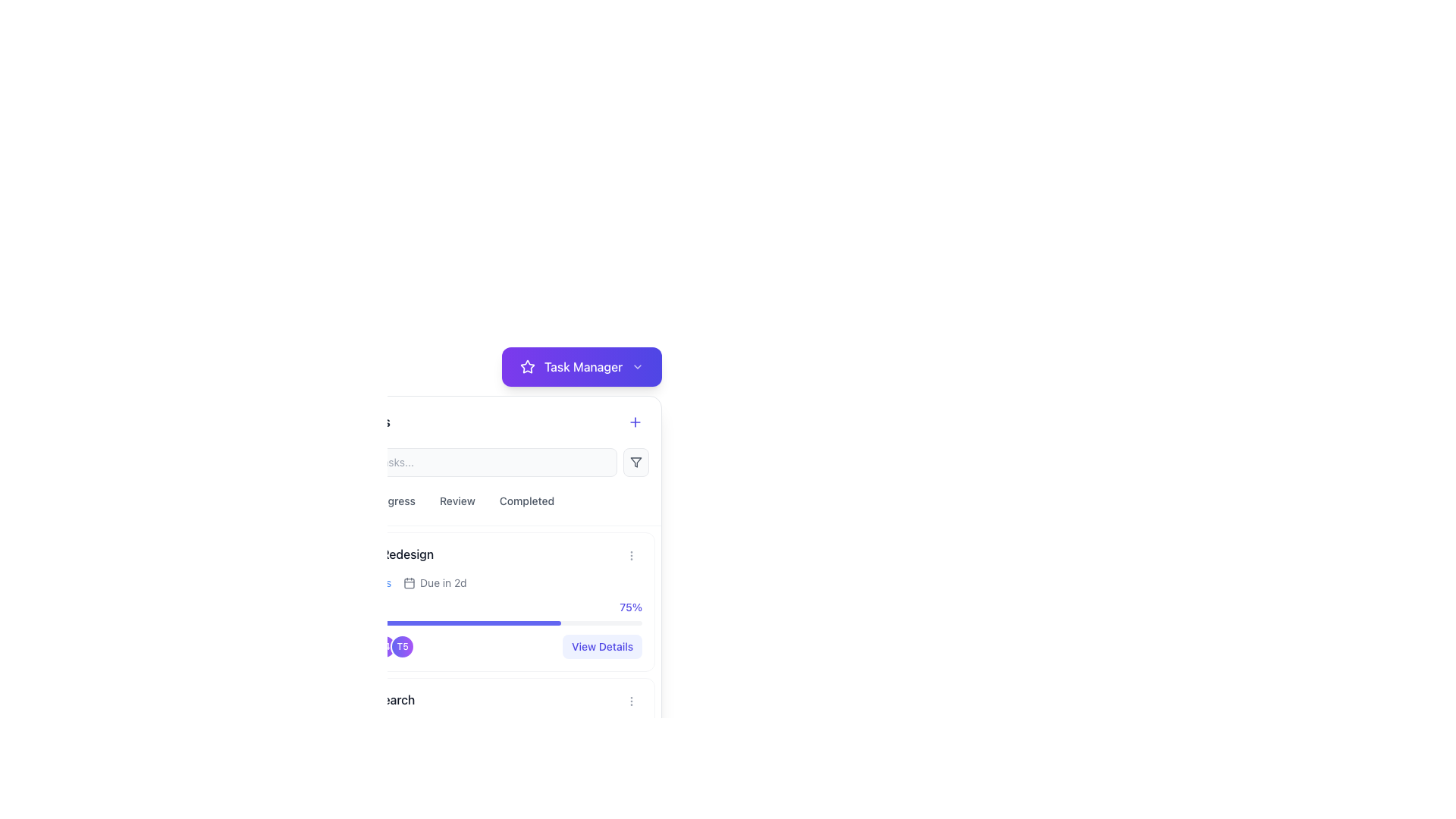 This screenshot has width=1456, height=819. Describe the element at coordinates (601, 646) in the screenshot. I see `the 'View Details' button with a light indigo background and indigo text, located at the far right of a row of colored circular elements labeled T1 through T5` at that location.